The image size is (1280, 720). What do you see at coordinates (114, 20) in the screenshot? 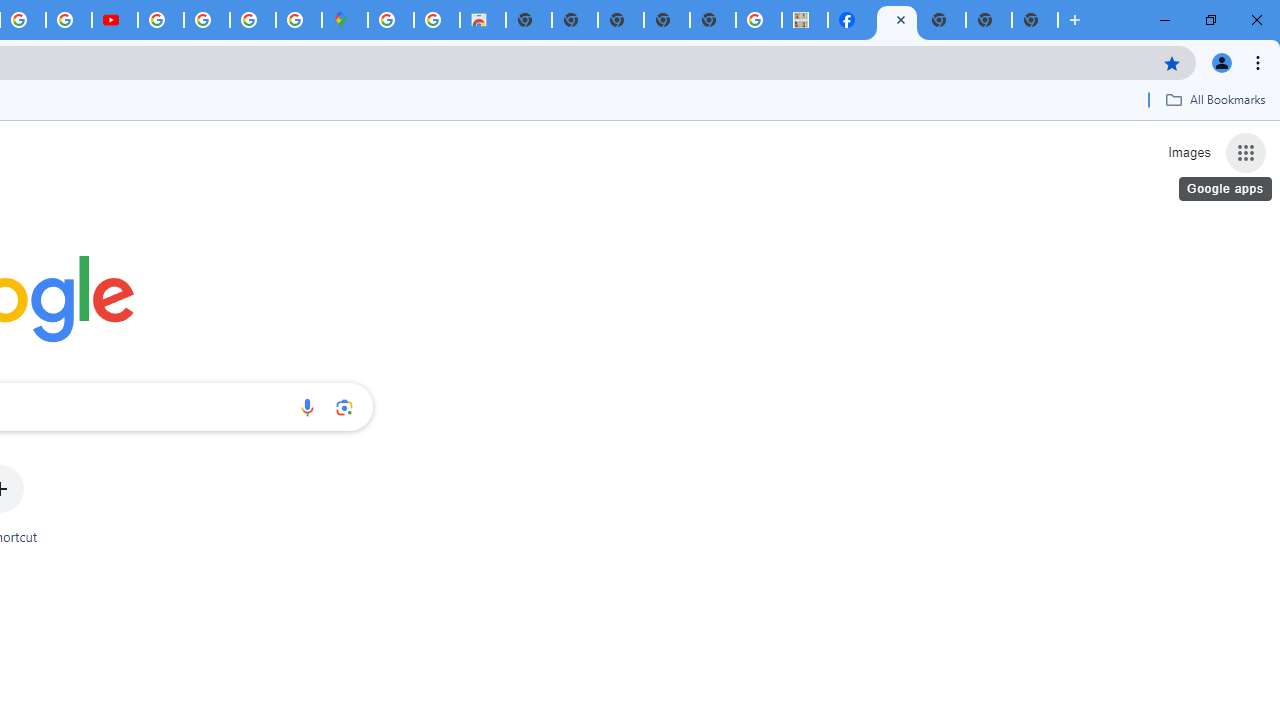
I see `'Subscriptions - YouTube'` at bounding box center [114, 20].